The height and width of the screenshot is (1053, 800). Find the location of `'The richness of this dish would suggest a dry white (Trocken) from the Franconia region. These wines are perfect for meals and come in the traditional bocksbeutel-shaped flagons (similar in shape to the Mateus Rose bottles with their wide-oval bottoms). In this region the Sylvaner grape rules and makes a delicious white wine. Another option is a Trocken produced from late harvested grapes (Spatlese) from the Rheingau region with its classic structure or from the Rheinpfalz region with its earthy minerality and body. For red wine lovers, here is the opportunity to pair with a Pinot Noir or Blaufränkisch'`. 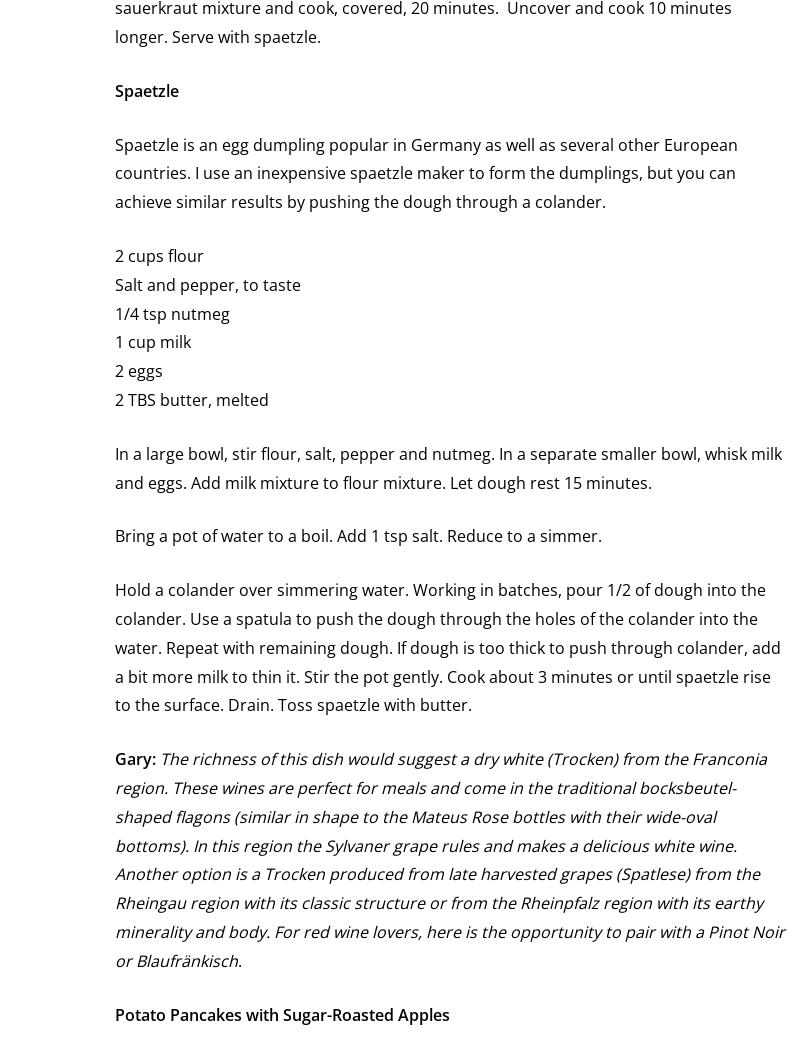

'The richness of this dish would suggest a dry white (Trocken) from the Franconia region. These wines are perfect for meals and come in the traditional bocksbeutel-shaped flagons (similar in shape to the Mateus Rose bottles with their wide-oval bottoms). In this region the Sylvaner grape rules and makes a delicious white wine. Another option is a Trocken produced from late harvested grapes (Spatlese) from the Rheingau region with its classic structure or from the Rheinpfalz region with its earthy minerality and body. For red wine lovers, here is the opportunity to pair with a Pinot Noir or Blaufränkisch' is located at coordinates (449, 858).